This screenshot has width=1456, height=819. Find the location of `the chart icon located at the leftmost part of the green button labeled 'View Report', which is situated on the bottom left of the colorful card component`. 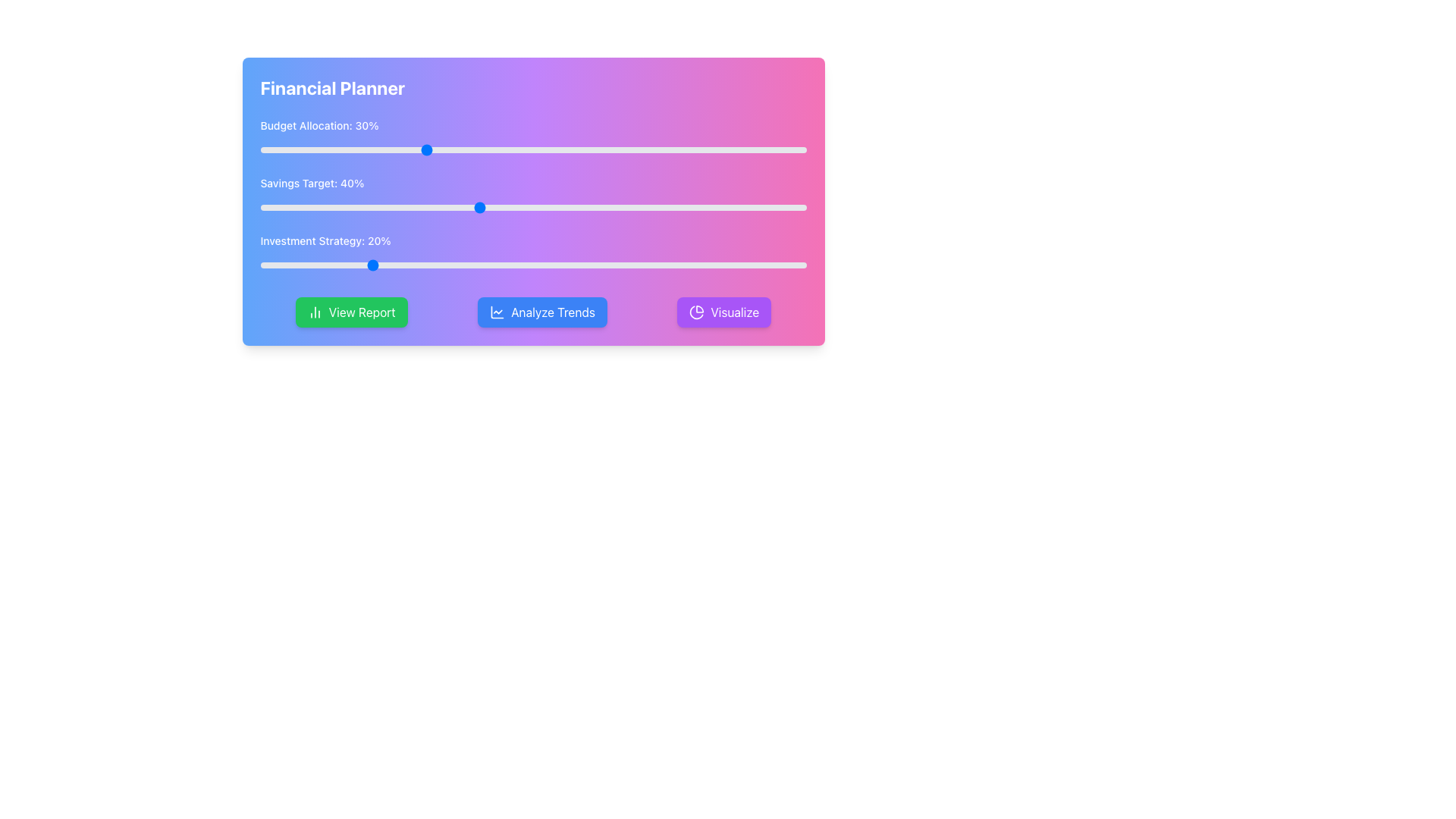

the chart icon located at the leftmost part of the green button labeled 'View Report', which is situated on the bottom left of the colorful card component is located at coordinates (314, 312).